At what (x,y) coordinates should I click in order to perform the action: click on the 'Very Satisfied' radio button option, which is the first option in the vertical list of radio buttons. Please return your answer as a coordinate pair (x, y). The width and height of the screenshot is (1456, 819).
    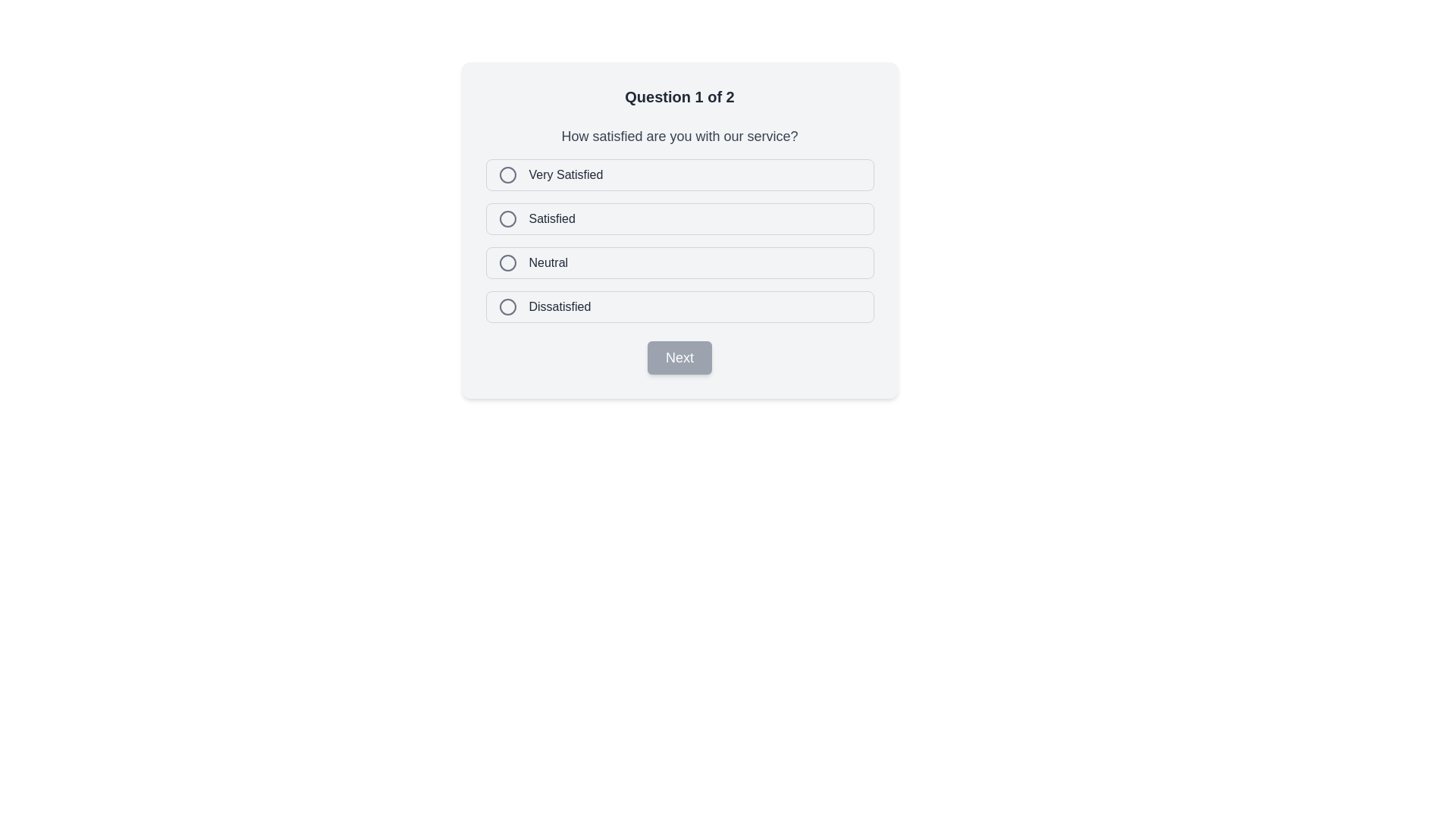
    Looking at the image, I should click on (679, 174).